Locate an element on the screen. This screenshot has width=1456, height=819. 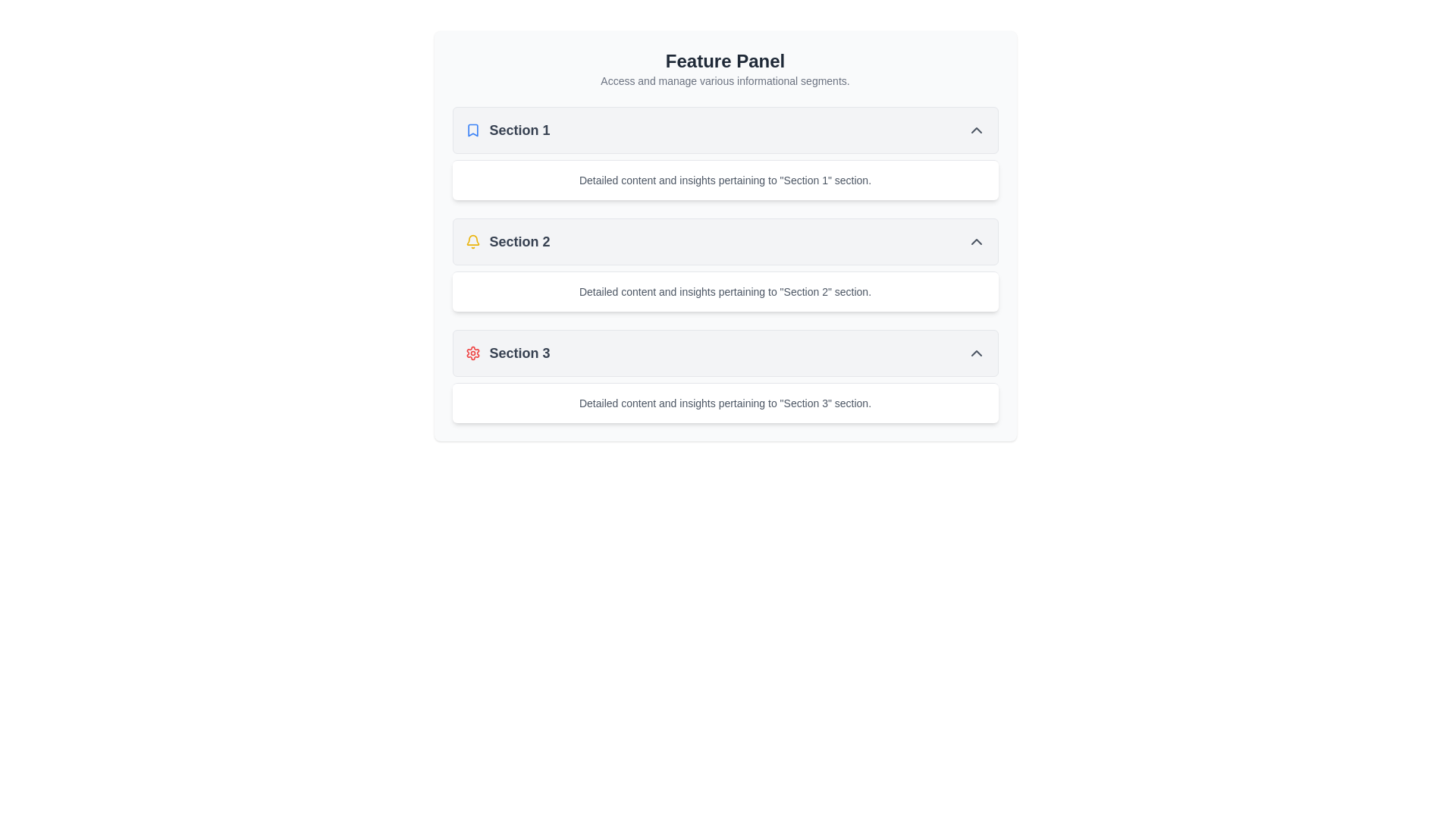
the descriptive text block that provides information about 'Section 1', which is centrally located beneath the heading 'Section 1' in the feature panel is located at coordinates (724, 180).